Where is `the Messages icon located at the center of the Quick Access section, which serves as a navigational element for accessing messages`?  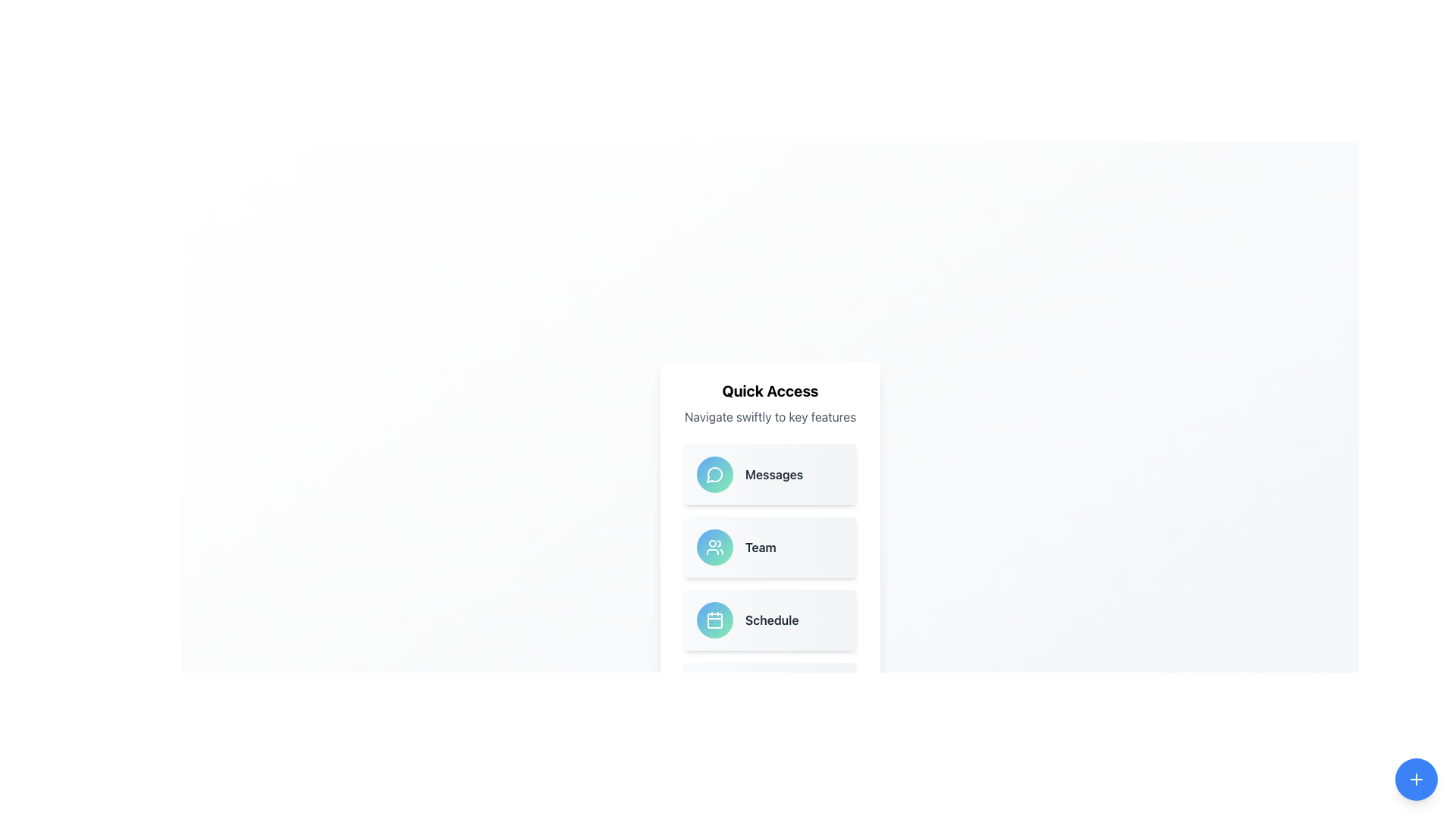 the Messages icon located at the center of the Quick Access section, which serves as a navigational element for accessing messages is located at coordinates (714, 473).